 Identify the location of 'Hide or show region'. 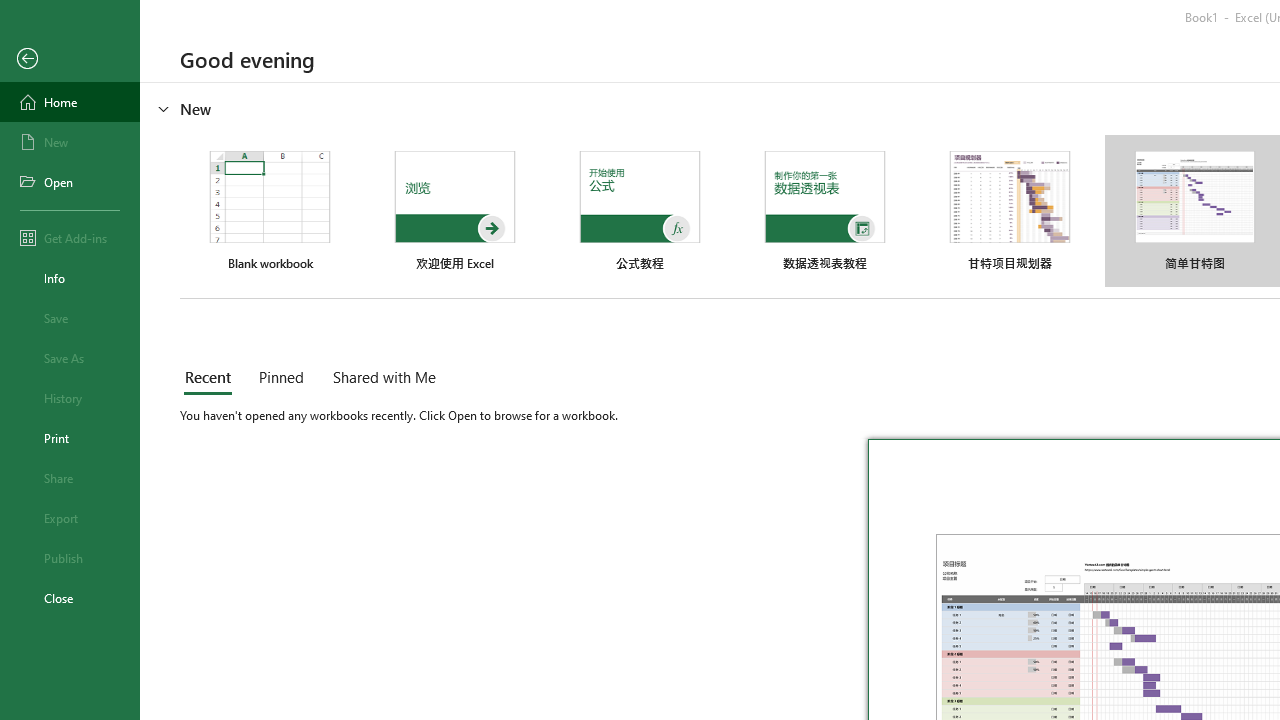
(164, 109).